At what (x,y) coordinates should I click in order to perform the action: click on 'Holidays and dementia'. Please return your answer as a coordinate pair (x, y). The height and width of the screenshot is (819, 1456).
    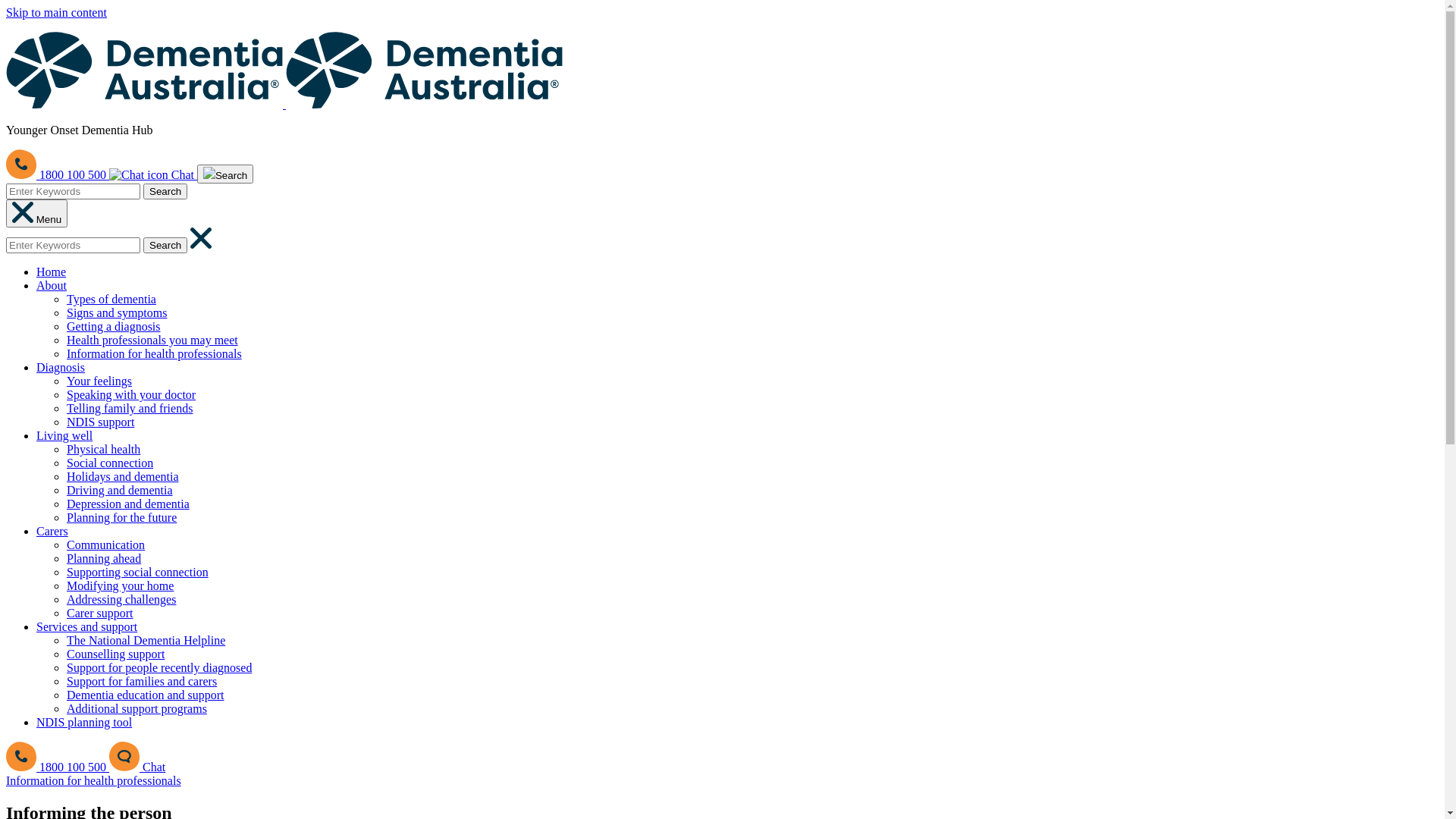
    Looking at the image, I should click on (123, 475).